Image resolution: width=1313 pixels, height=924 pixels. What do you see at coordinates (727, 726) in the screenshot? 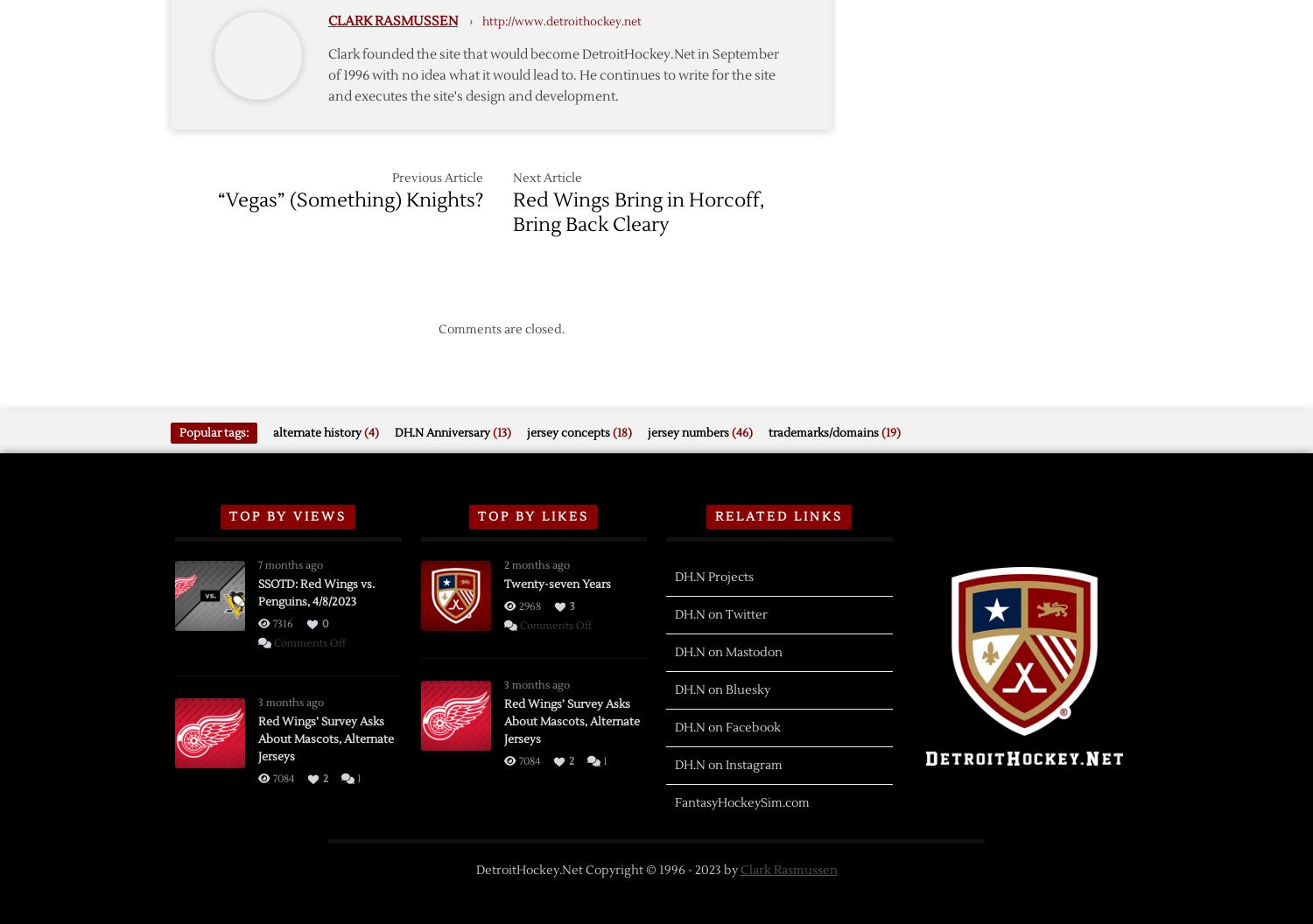
I see `'DH.N on Facebook'` at bounding box center [727, 726].